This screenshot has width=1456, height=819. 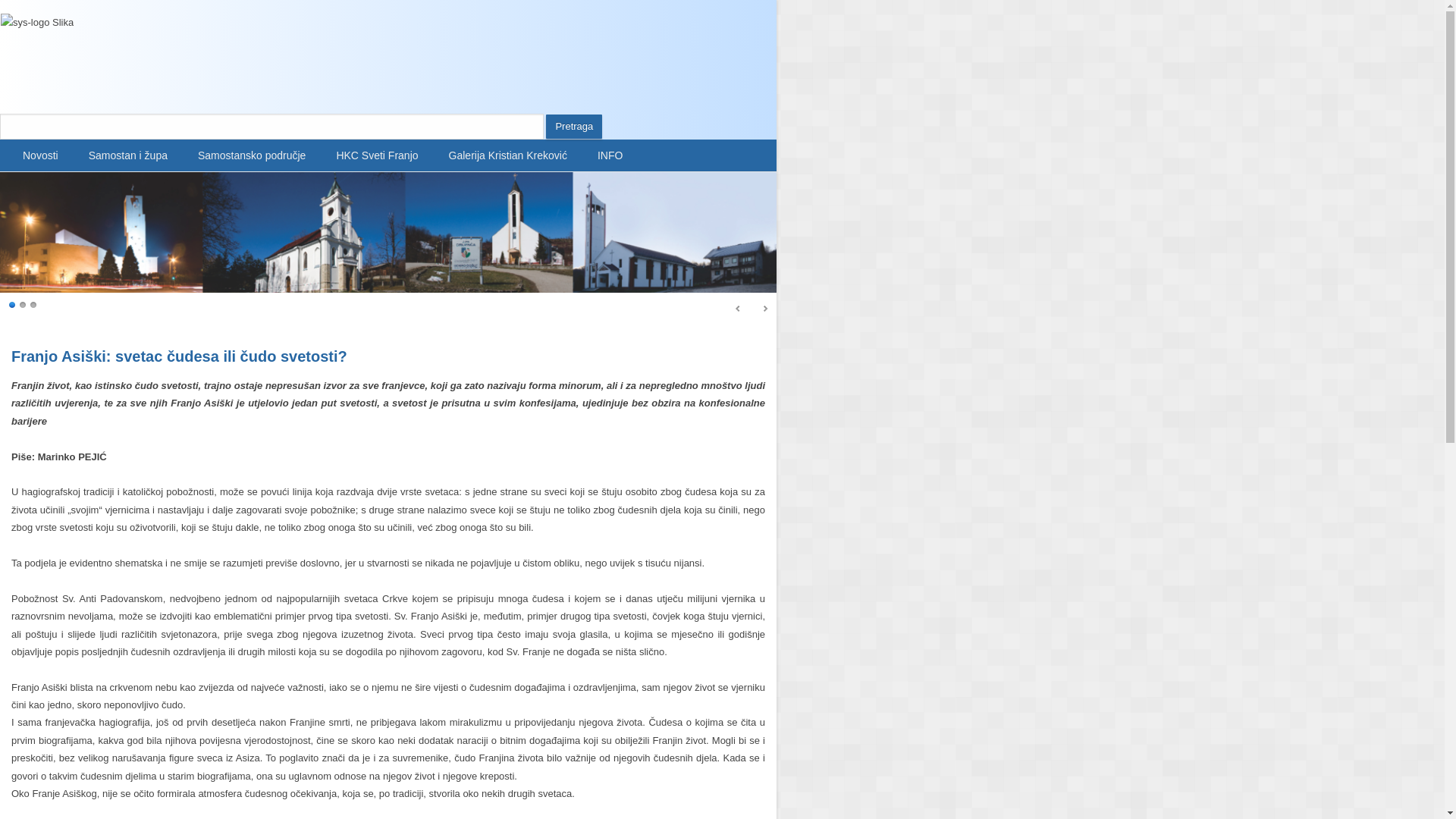 What do you see at coordinates (573, 125) in the screenshot?
I see `'Pretraga'` at bounding box center [573, 125].